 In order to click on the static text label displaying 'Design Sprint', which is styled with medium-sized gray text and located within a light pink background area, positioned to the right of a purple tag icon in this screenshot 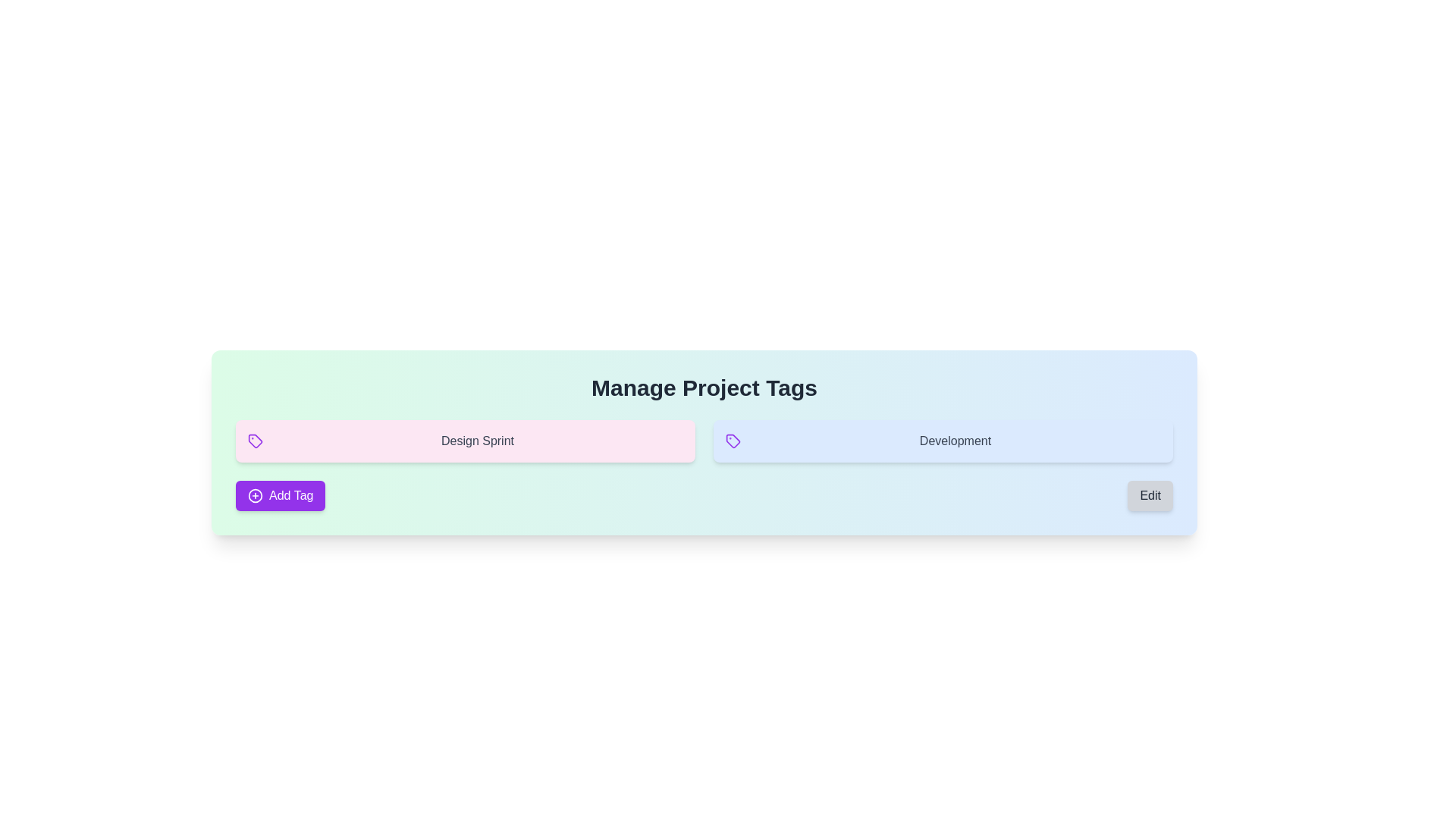, I will do `click(476, 441)`.